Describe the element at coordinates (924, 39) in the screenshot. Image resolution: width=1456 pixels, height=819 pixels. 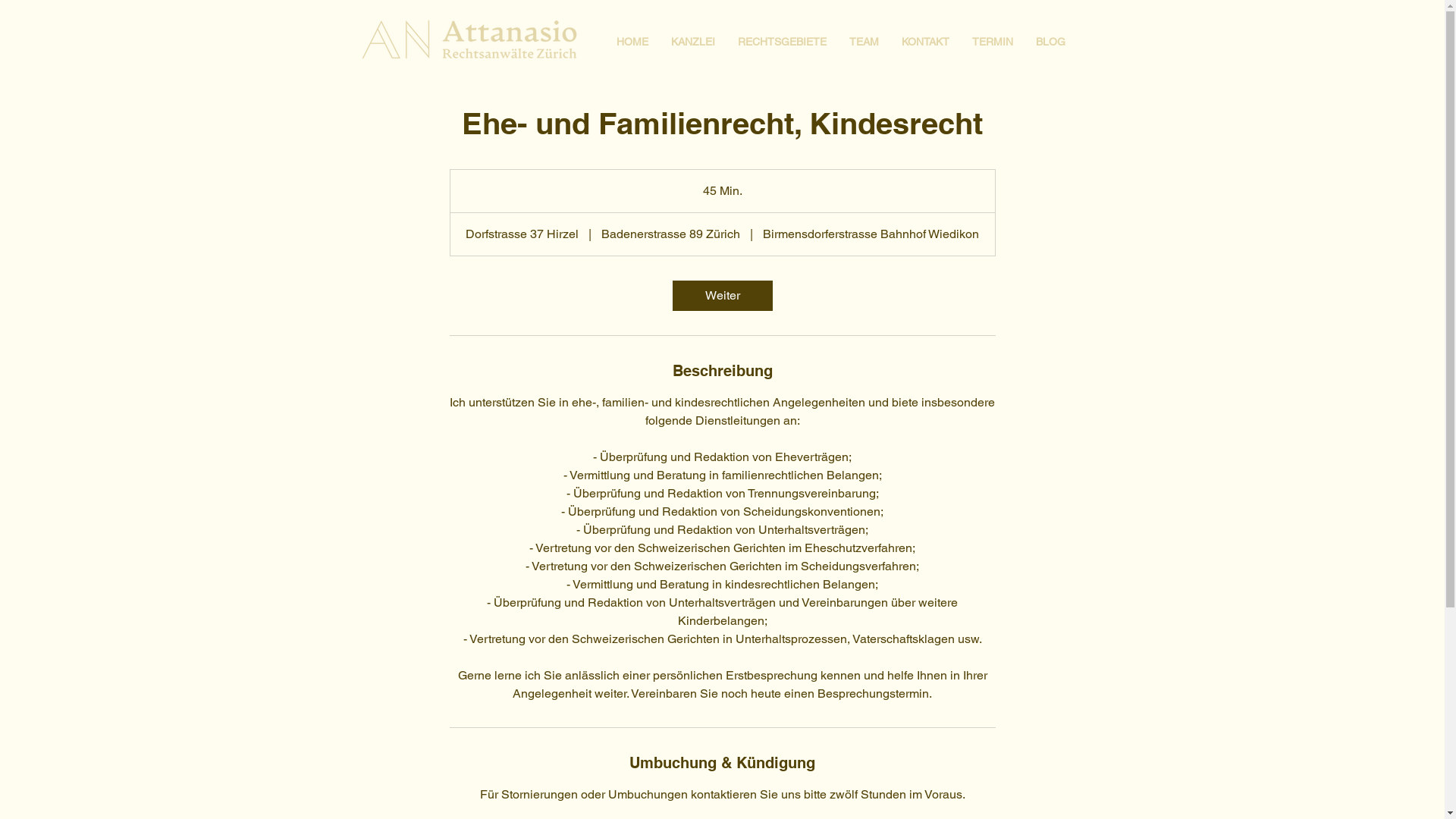
I see `'KONTAKT'` at that location.